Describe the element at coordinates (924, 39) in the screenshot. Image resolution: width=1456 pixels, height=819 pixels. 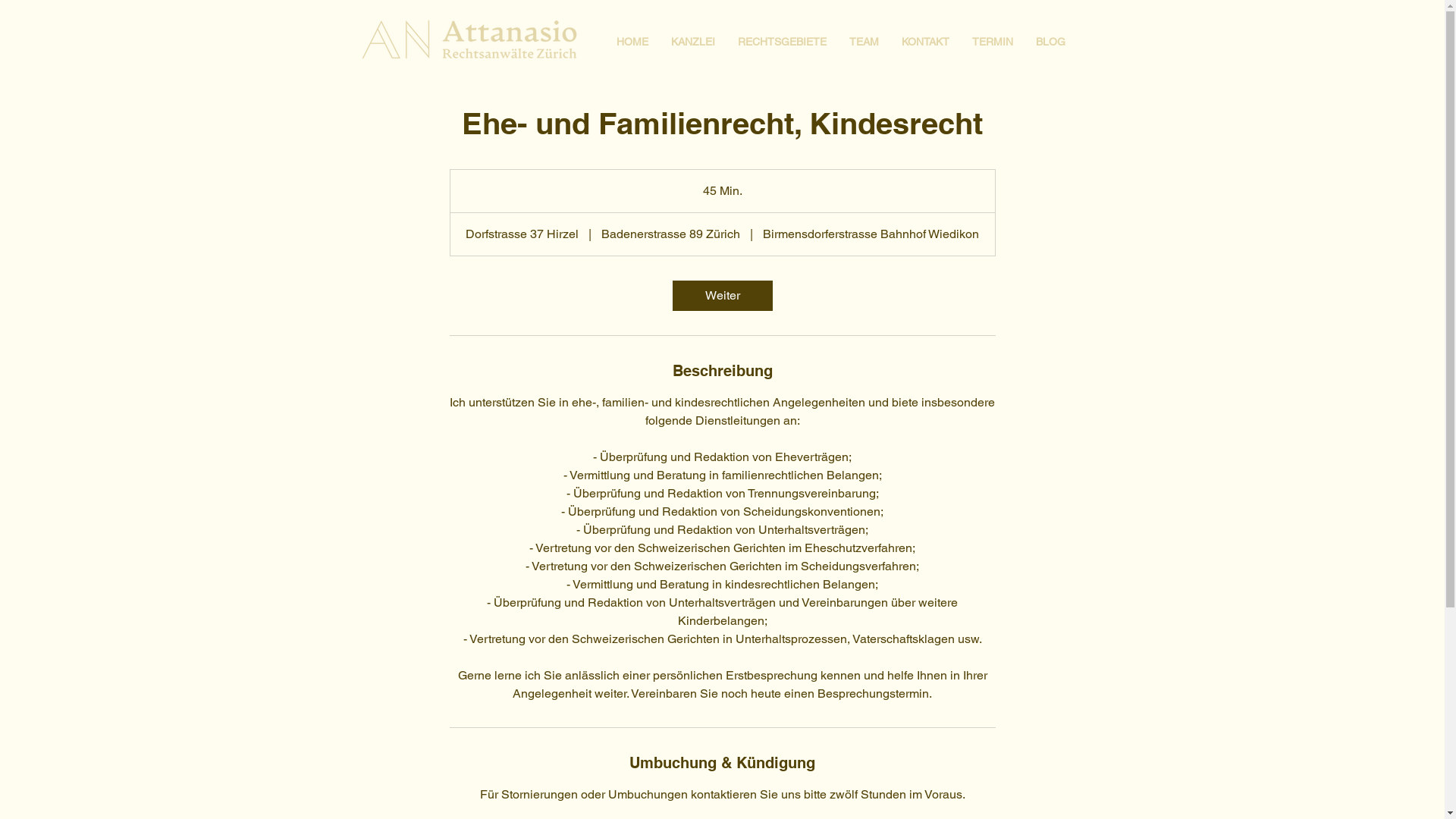
I see `'KONTAKT'` at that location.